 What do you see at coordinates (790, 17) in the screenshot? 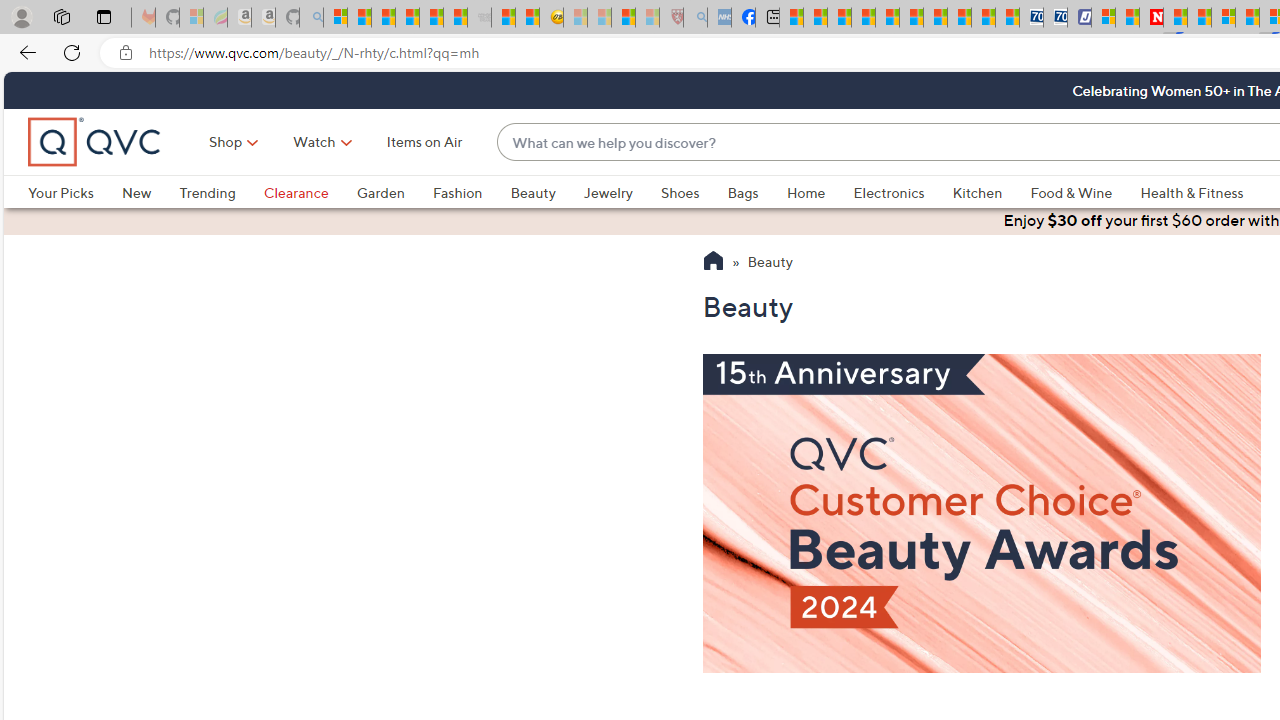
I see `'MSNBC - MSN'` at bounding box center [790, 17].